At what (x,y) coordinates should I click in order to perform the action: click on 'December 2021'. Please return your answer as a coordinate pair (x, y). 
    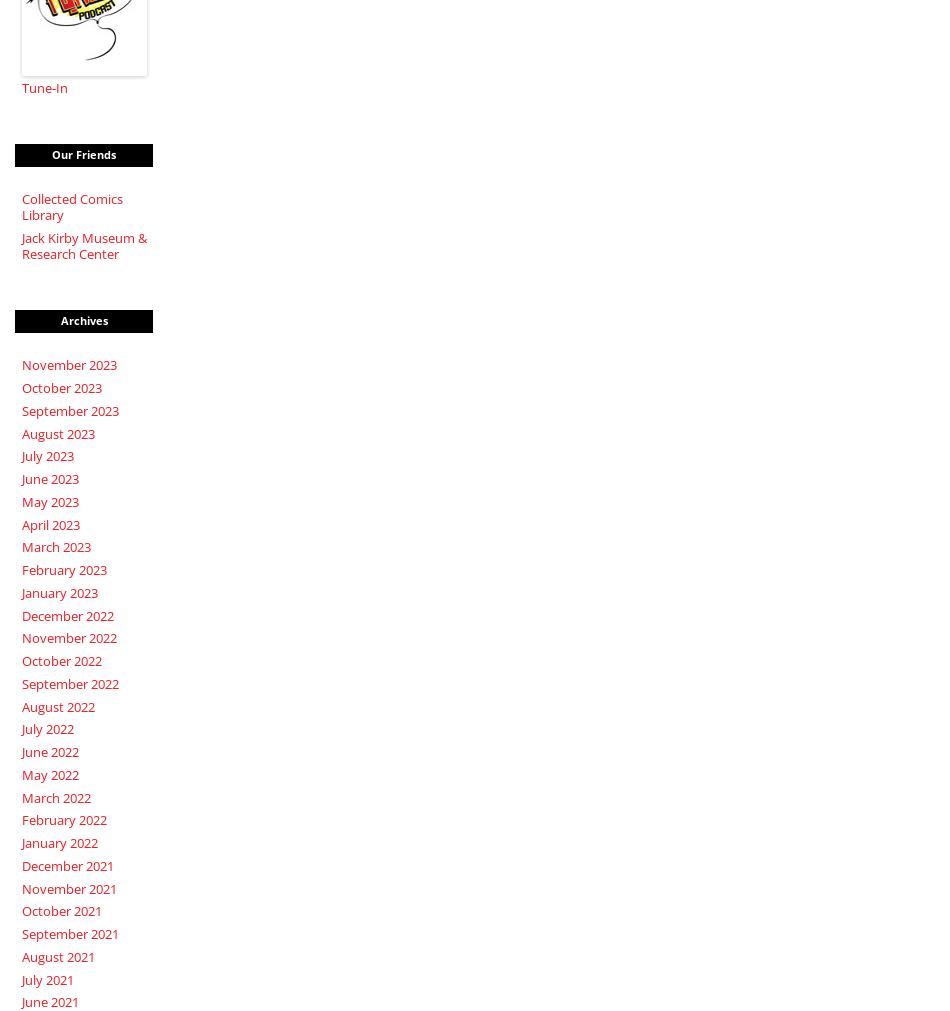
    Looking at the image, I should click on (66, 865).